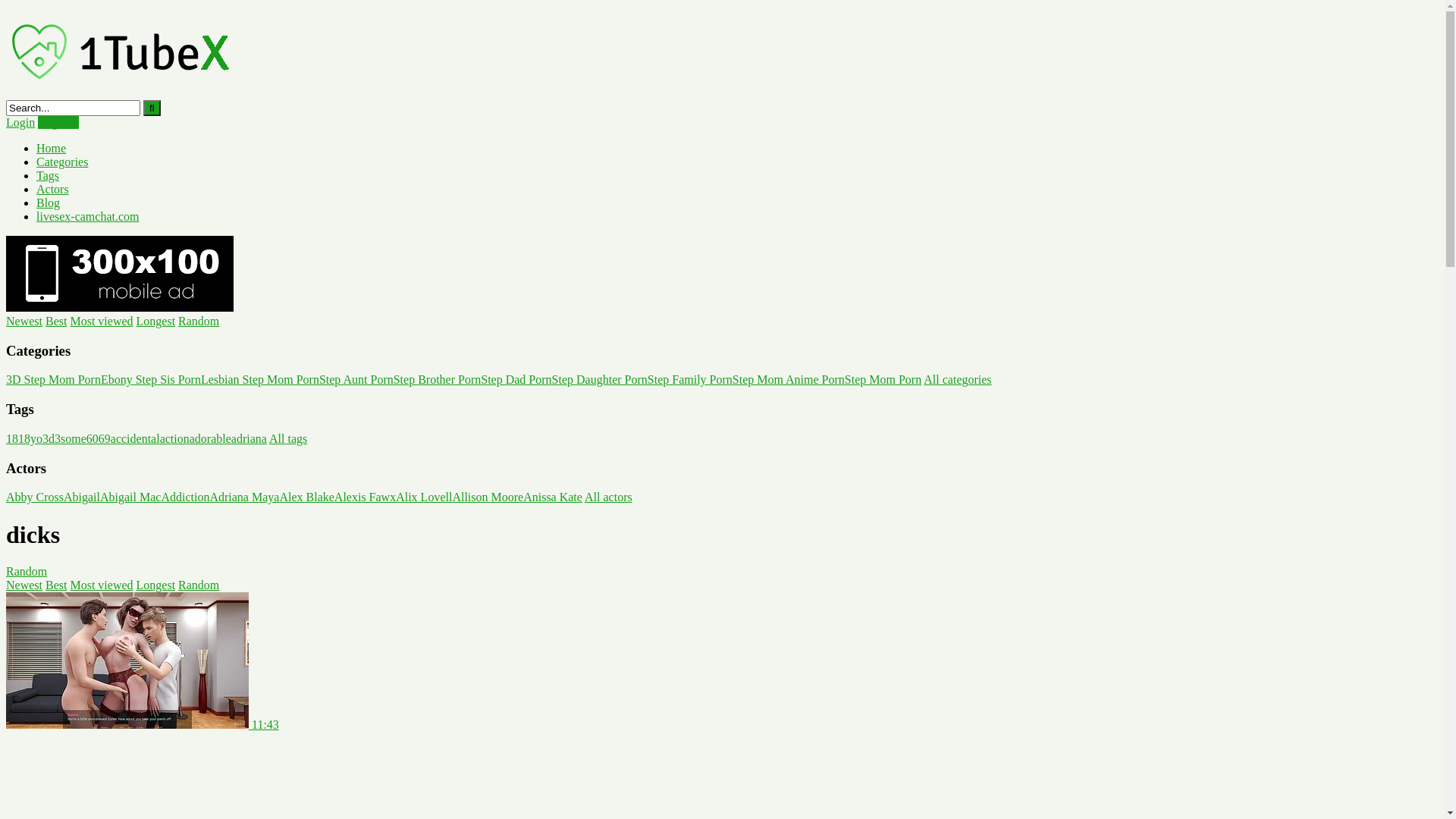 This screenshot has width=1456, height=819. Describe the element at coordinates (5, 5) in the screenshot. I see `'Skip to content'` at that location.